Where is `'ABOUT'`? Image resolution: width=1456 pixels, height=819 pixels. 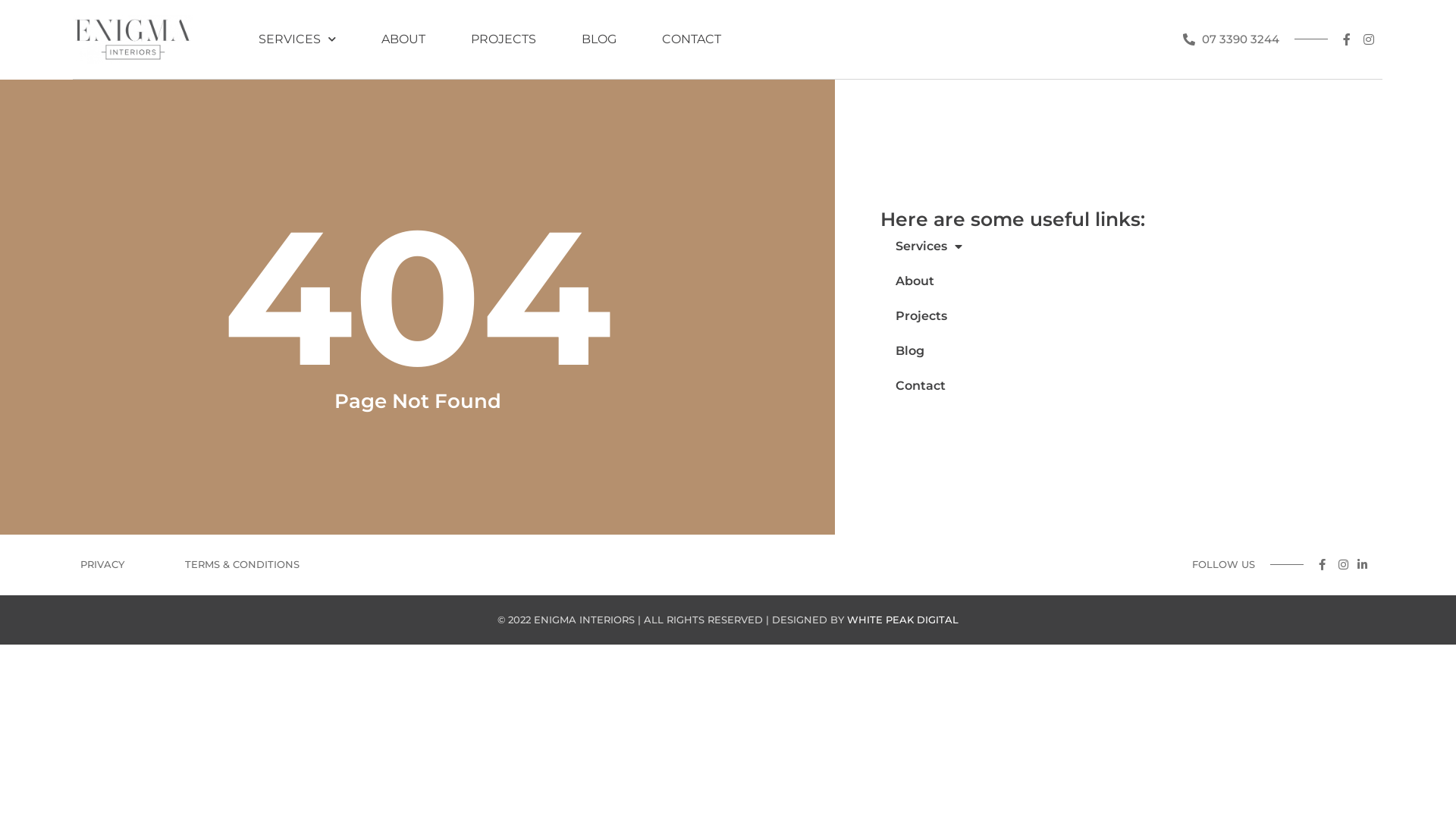
'ABOUT' is located at coordinates (403, 38).